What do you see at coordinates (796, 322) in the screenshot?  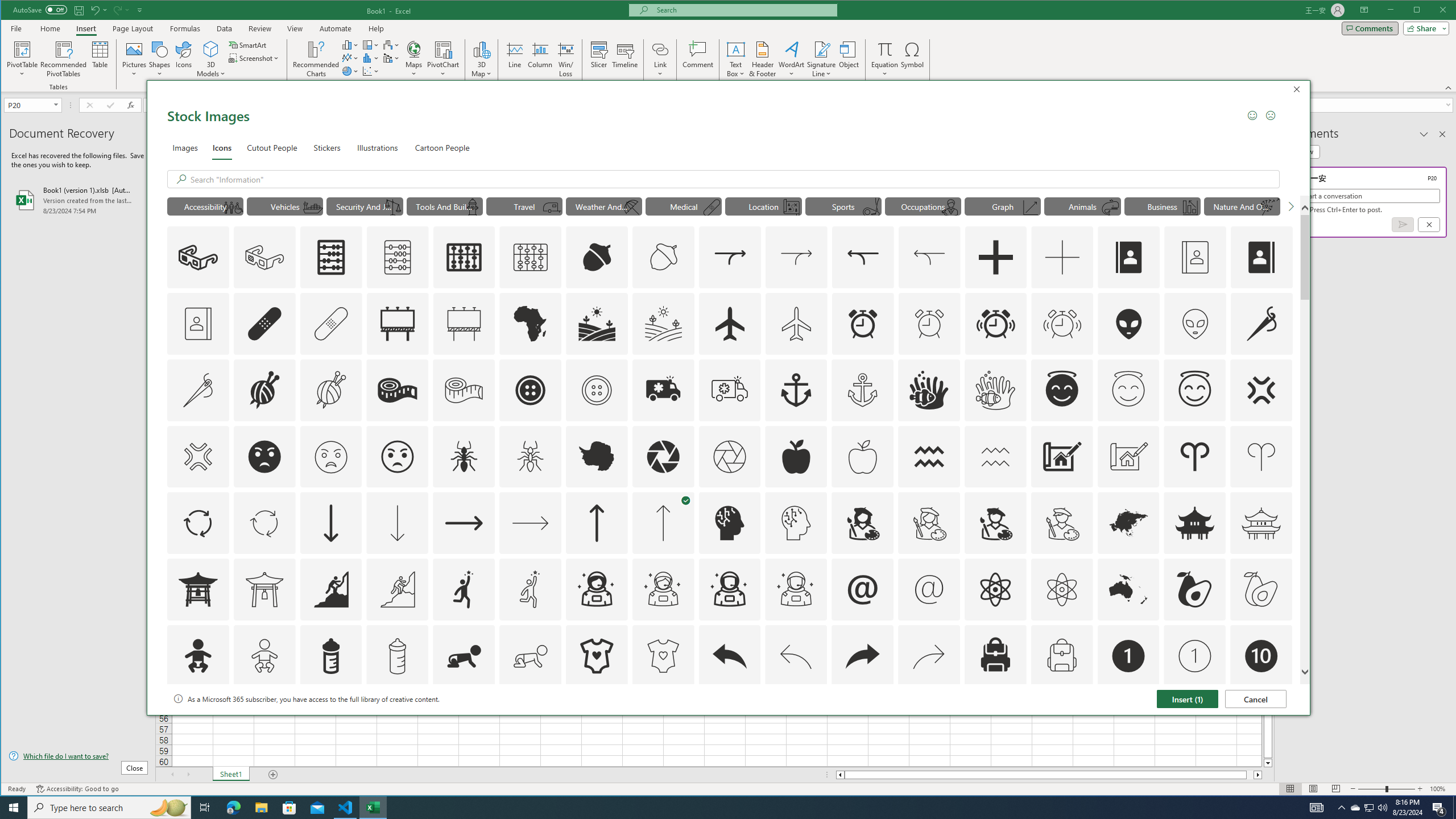 I see `'AutomationID: Icons_Airplane_M'` at bounding box center [796, 322].